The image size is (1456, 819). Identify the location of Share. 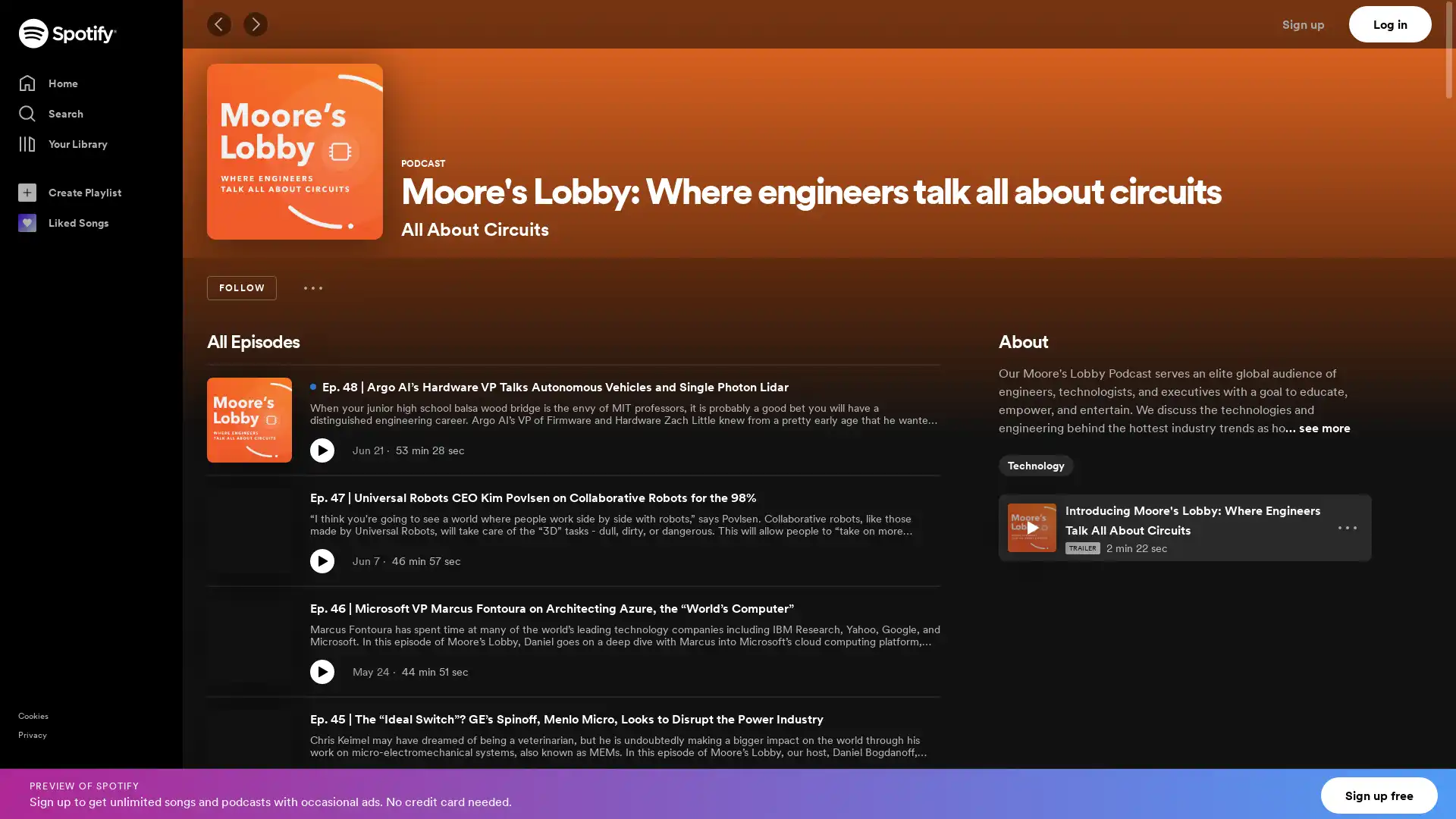
(895, 450).